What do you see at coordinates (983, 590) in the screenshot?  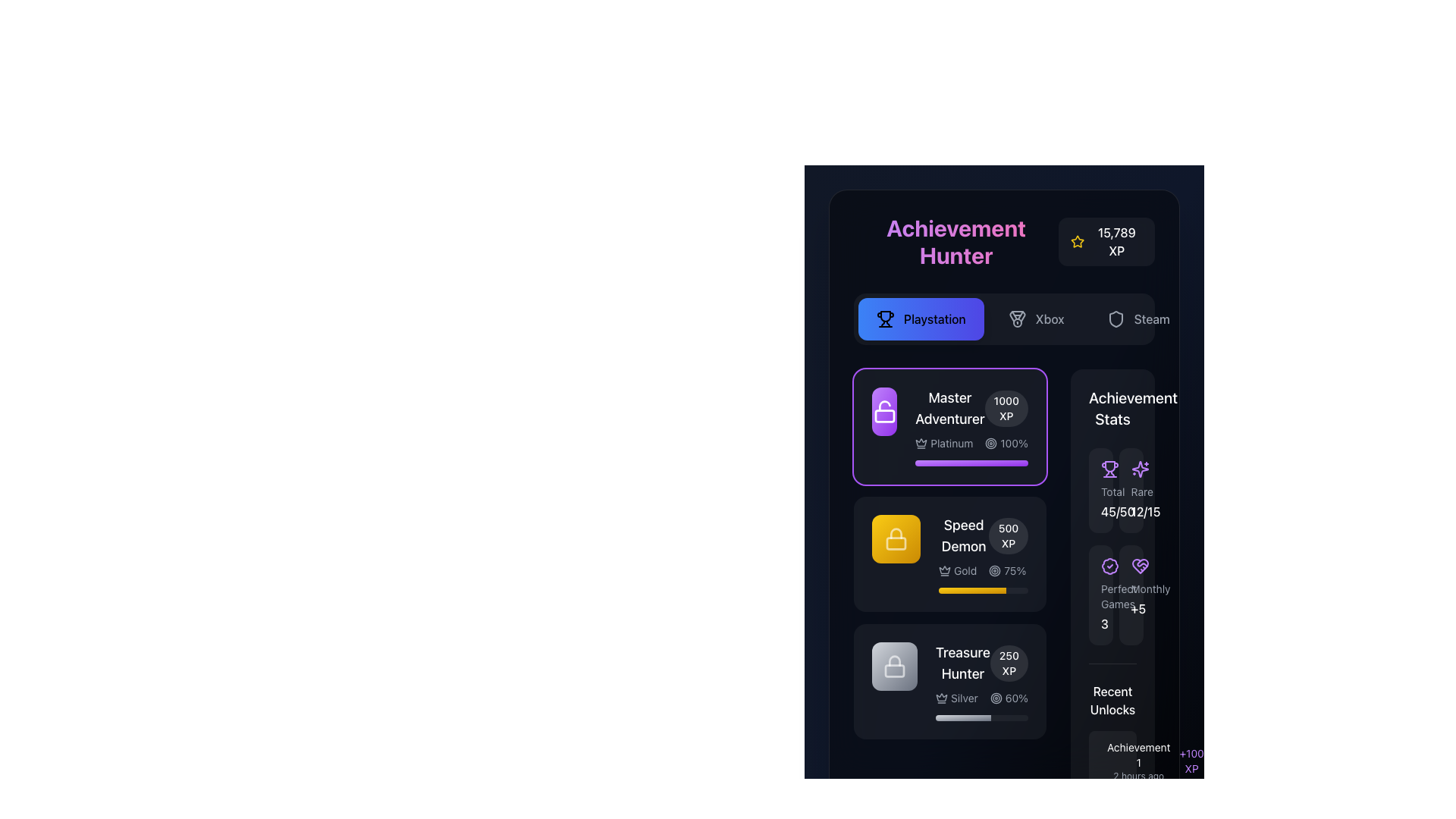 I see `the Progress Bar located in the 'Speed Demon' section, which visually represents the progress towards the 'Speed Demon' achievement, positioned below the 'Gold' and '75%' labels` at bounding box center [983, 590].